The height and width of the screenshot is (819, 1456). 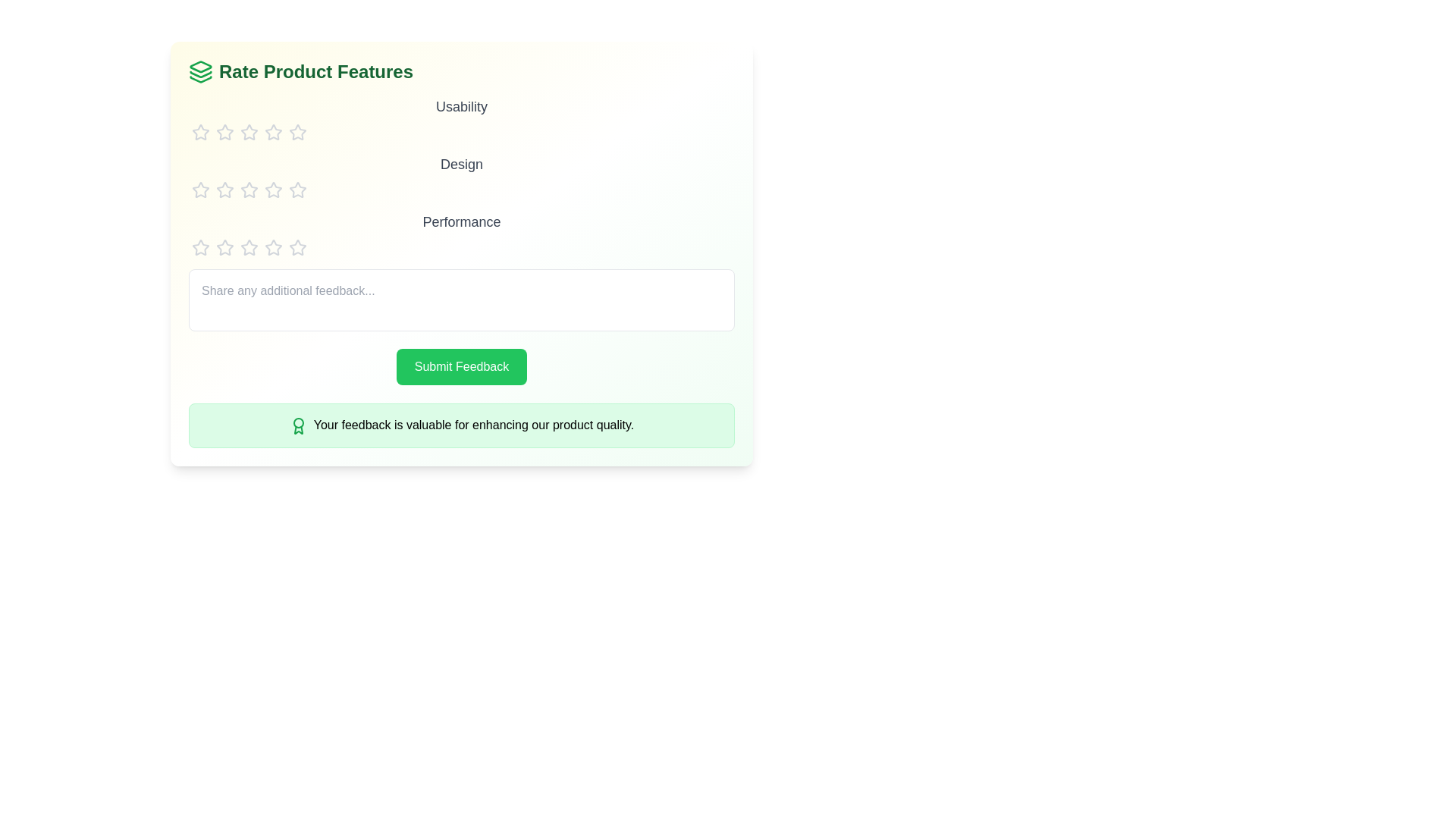 What do you see at coordinates (460, 366) in the screenshot?
I see `the 'Submit Feedback' button to submit the feedback` at bounding box center [460, 366].